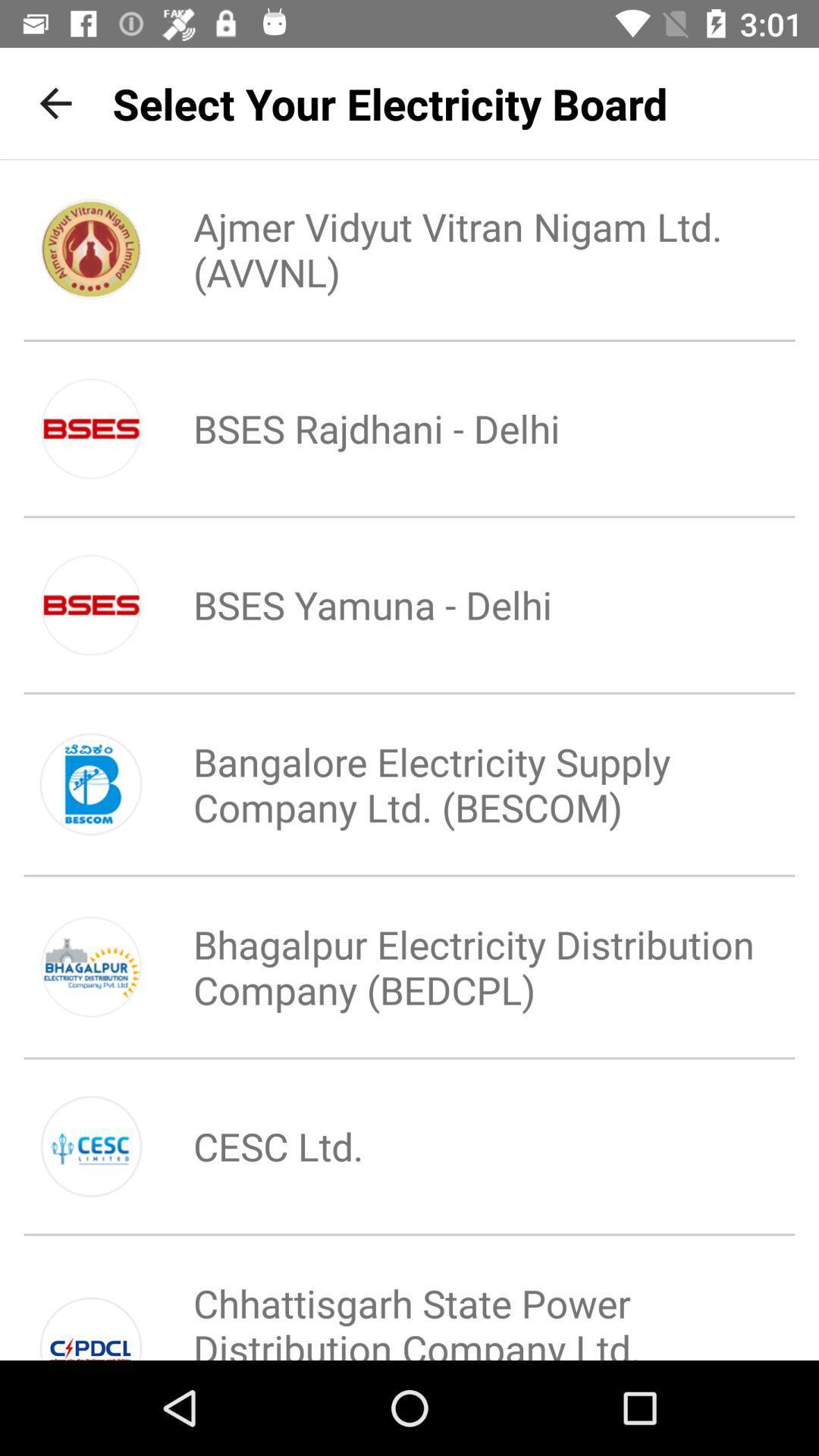  Describe the element at coordinates (389, 102) in the screenshot. I see `select your electricity icon` at that location.